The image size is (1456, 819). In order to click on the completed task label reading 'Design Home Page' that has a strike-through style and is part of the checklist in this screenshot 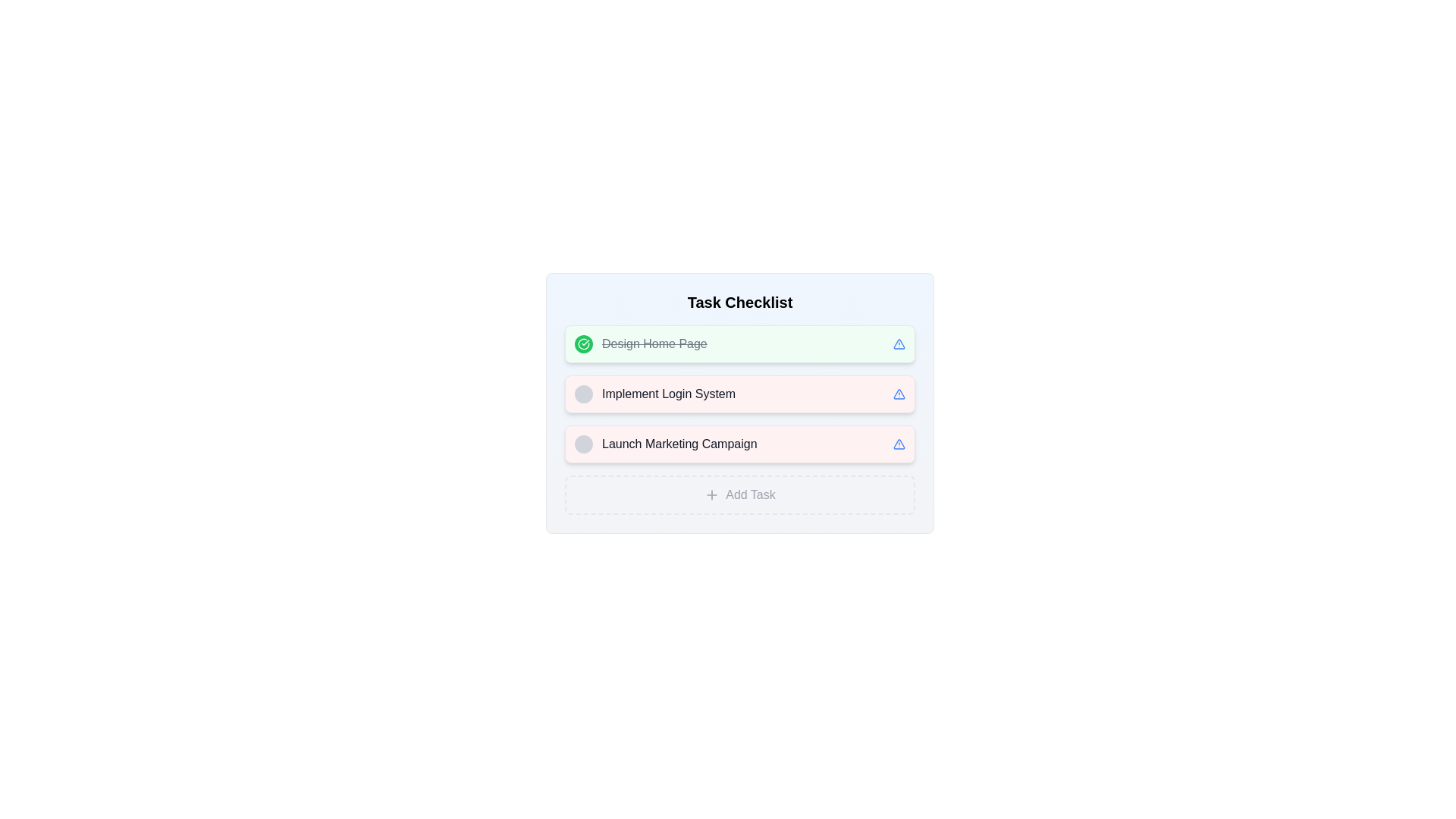, I will do `click(641, 344)`.